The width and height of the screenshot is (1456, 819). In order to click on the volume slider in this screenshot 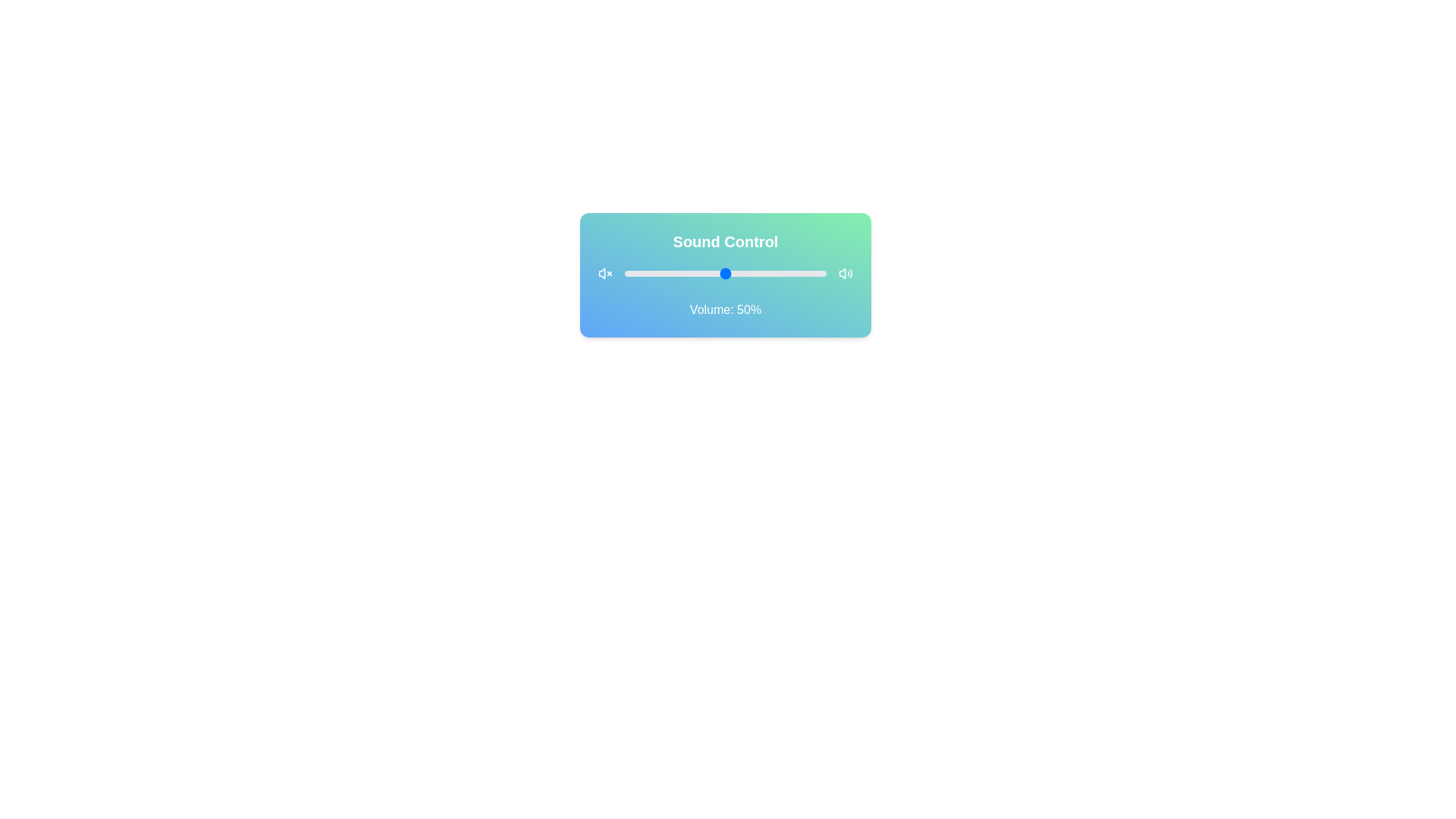, I will do `click(809, 274)`.